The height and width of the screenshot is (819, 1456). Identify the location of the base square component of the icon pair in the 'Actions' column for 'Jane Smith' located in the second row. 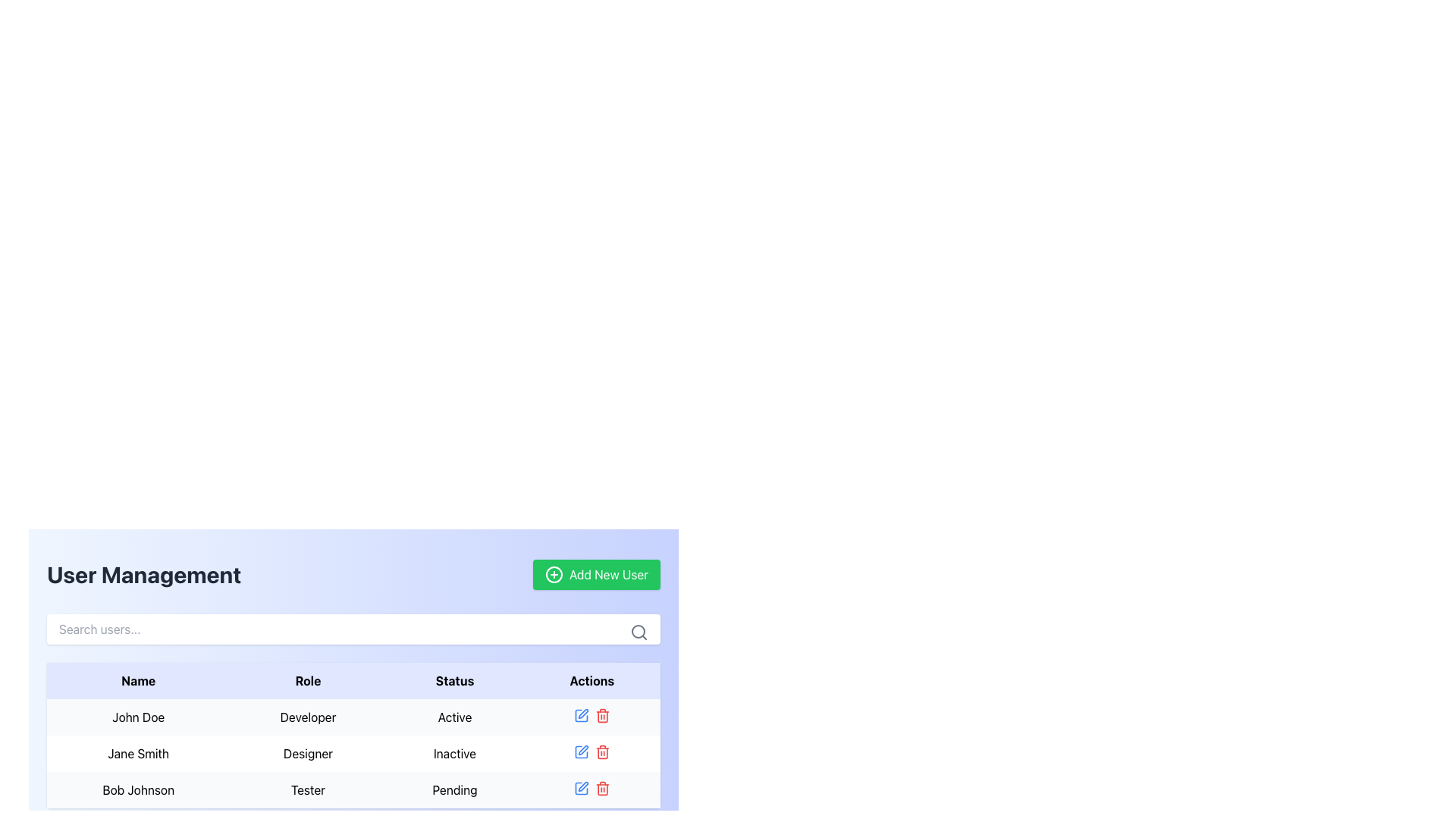
(580, 752).